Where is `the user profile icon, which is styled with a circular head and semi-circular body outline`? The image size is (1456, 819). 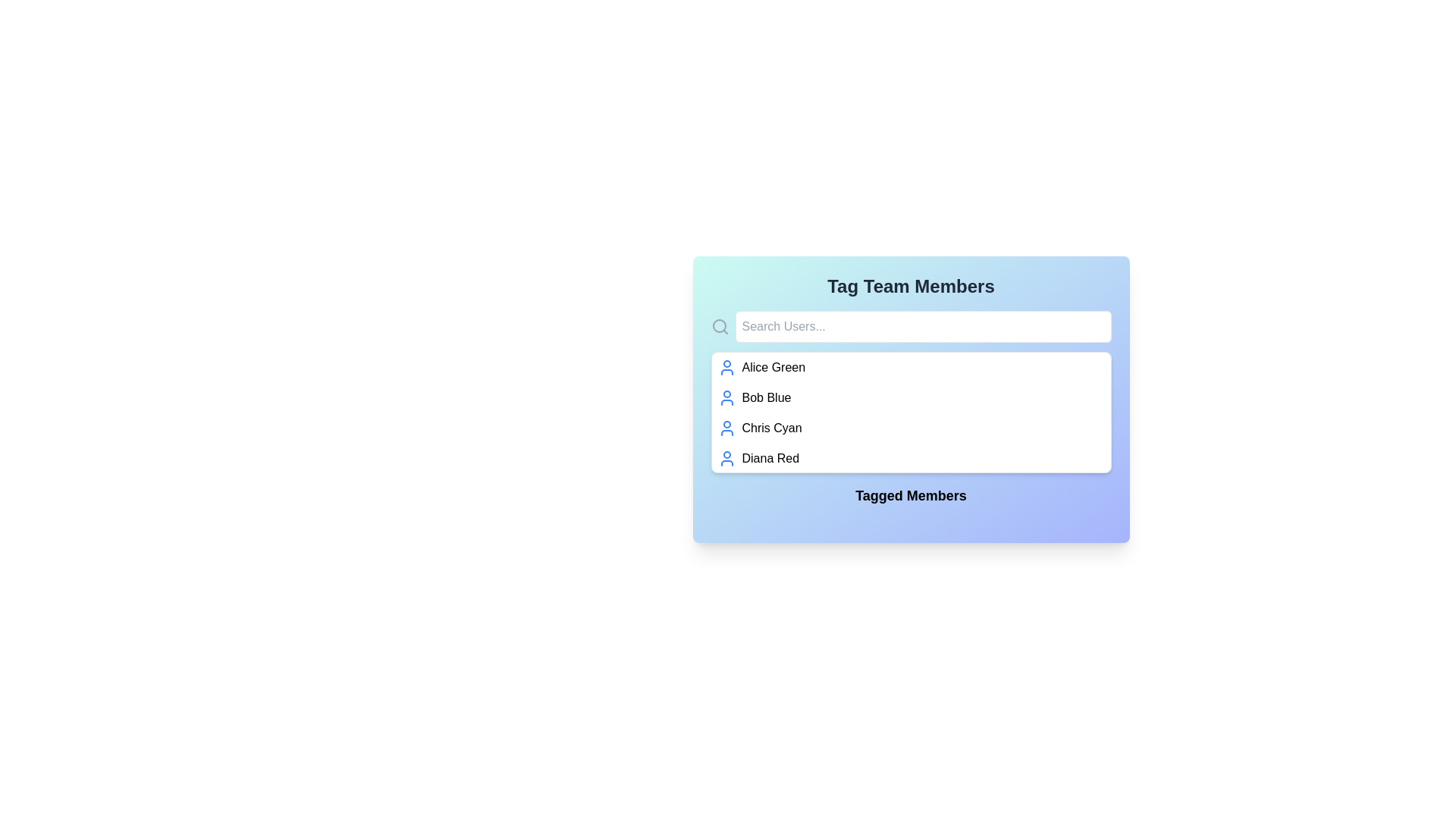
the user profile icon, which is styled with a circular head and semi-circular body outline is located at coordinates (726, 428).